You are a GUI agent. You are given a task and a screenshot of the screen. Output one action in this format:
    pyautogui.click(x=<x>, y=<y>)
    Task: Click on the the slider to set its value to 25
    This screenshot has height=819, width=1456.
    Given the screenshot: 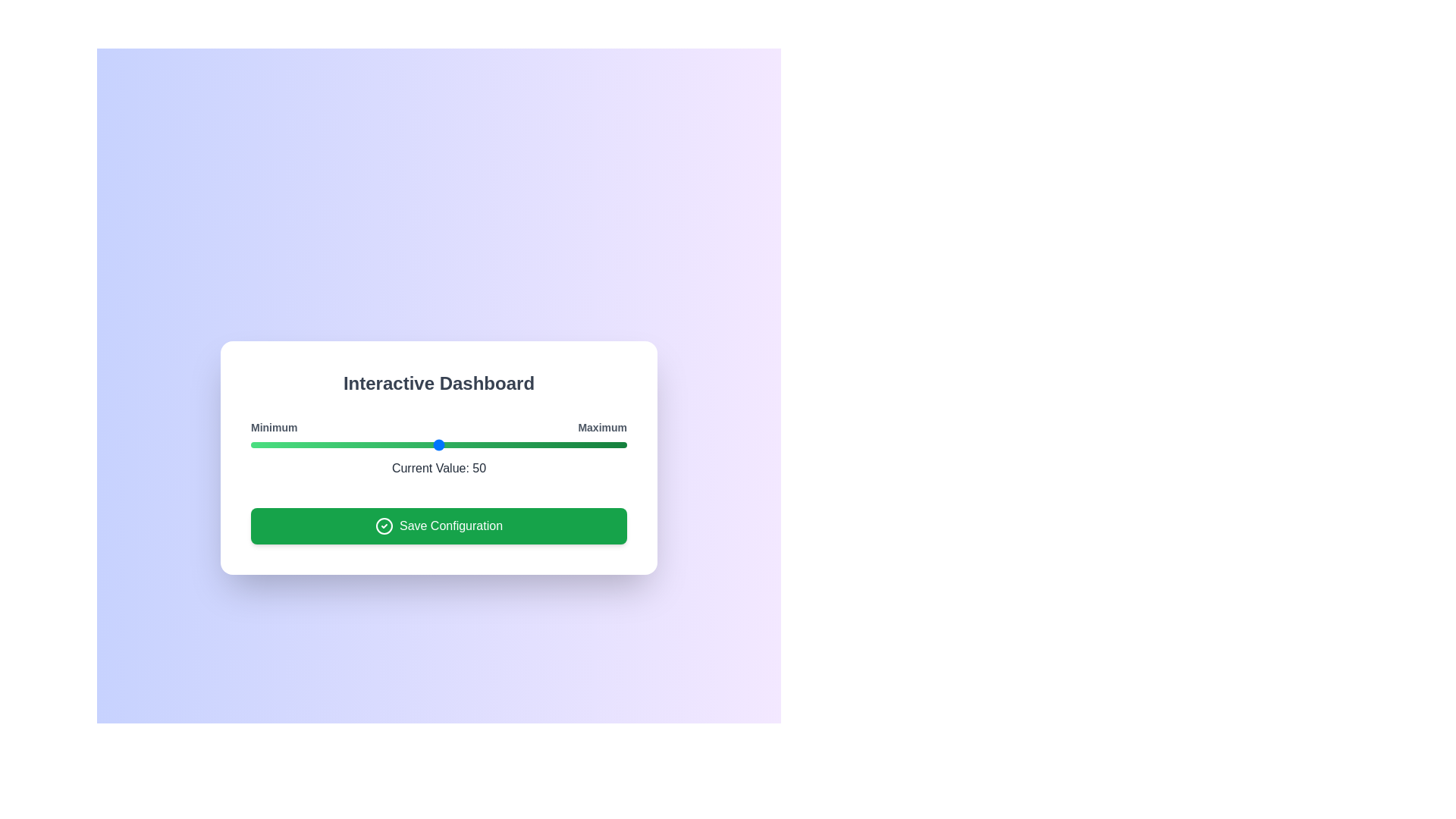 What is the action you would take?
    pyautogui.click(x=344, y=444)
    